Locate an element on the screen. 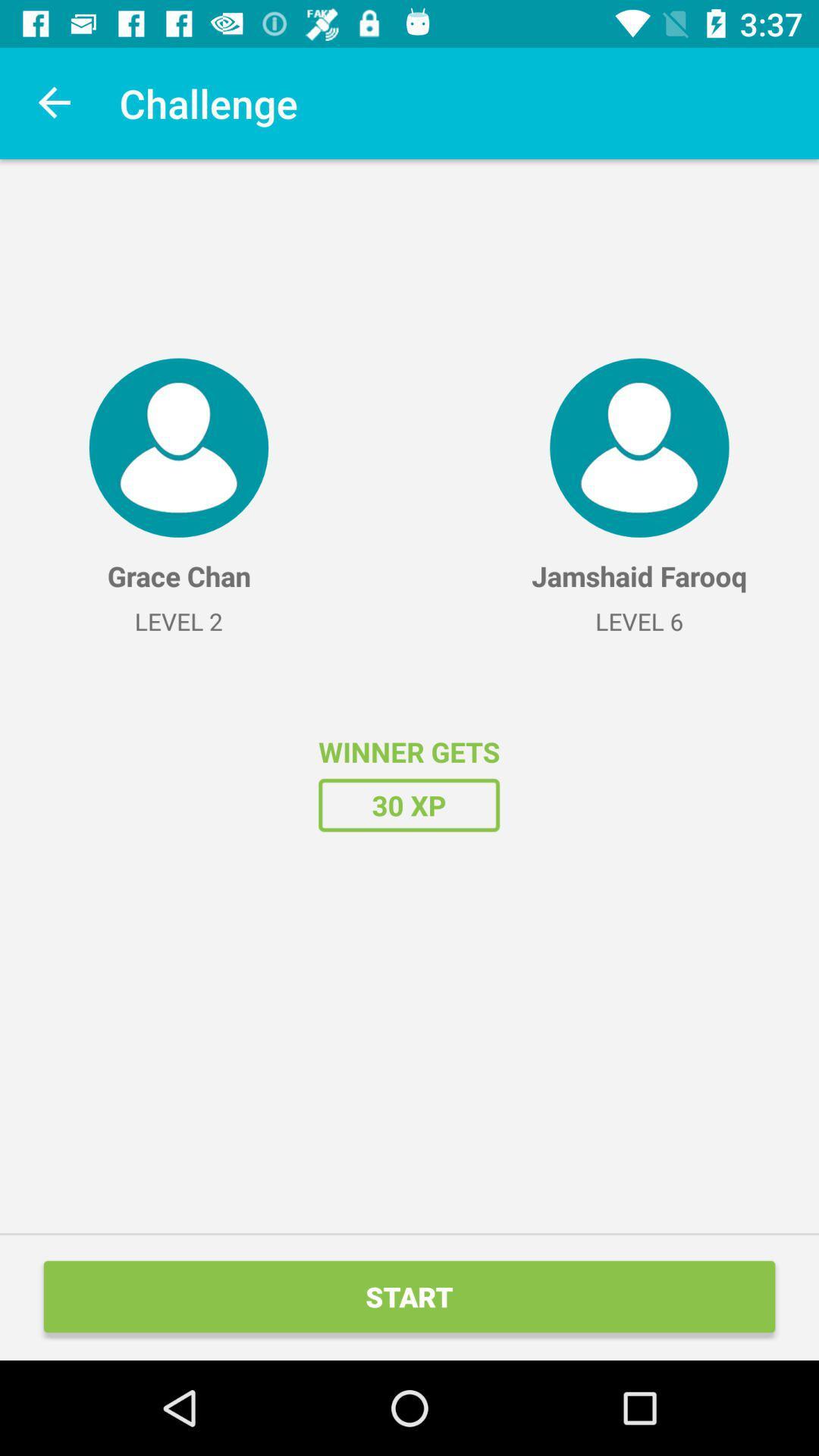 The height and width of the screenshot is (1456, 819). the item above the grace chan is located at coordinates (177, 447).